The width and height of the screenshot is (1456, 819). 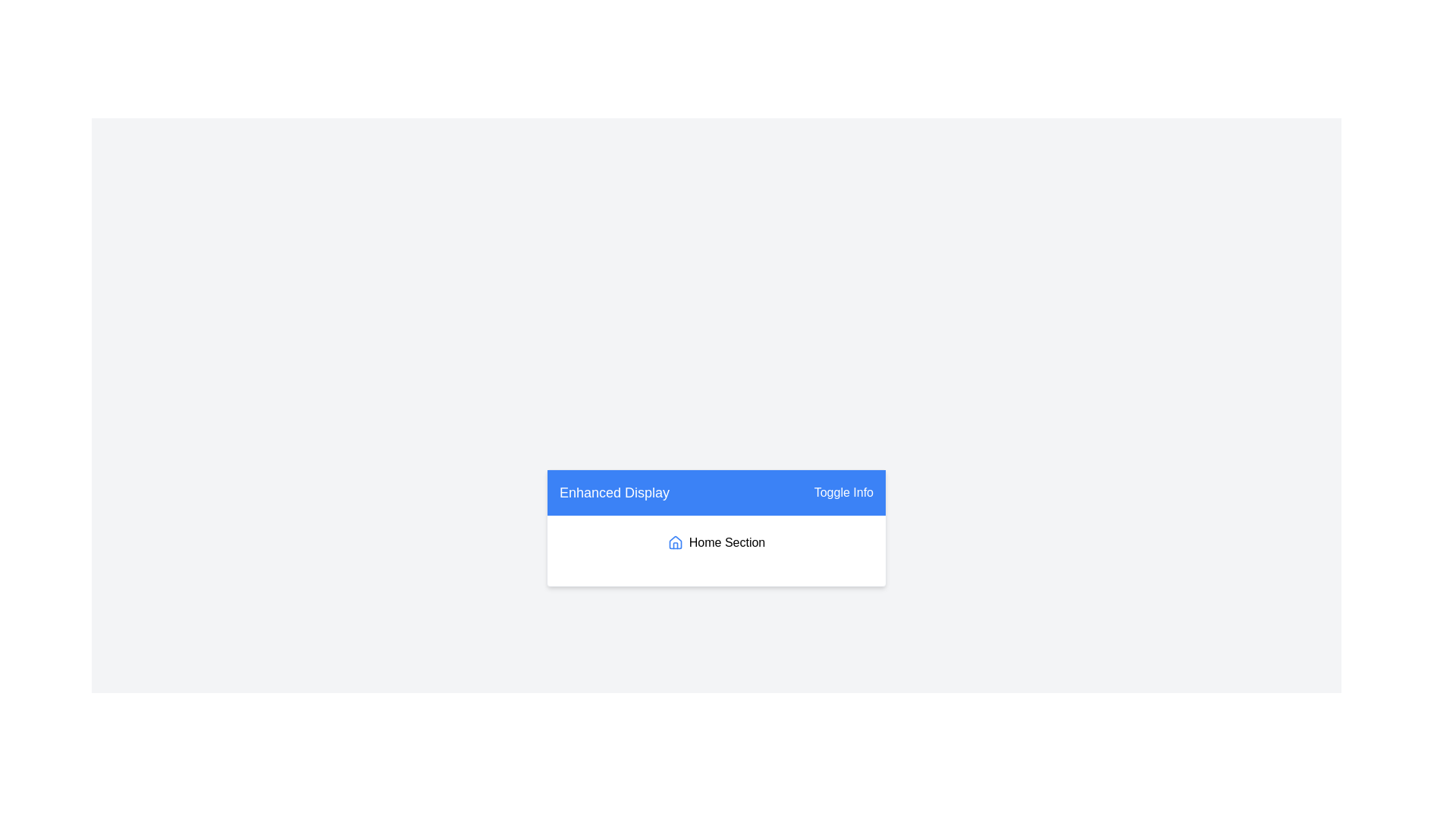 I want to click on static text label with an accompanying icon located near the center of the interface, beneath the header with buttons labeled 'Enhanced Display' and 'Toggle Info', so click(x=716, y=543).